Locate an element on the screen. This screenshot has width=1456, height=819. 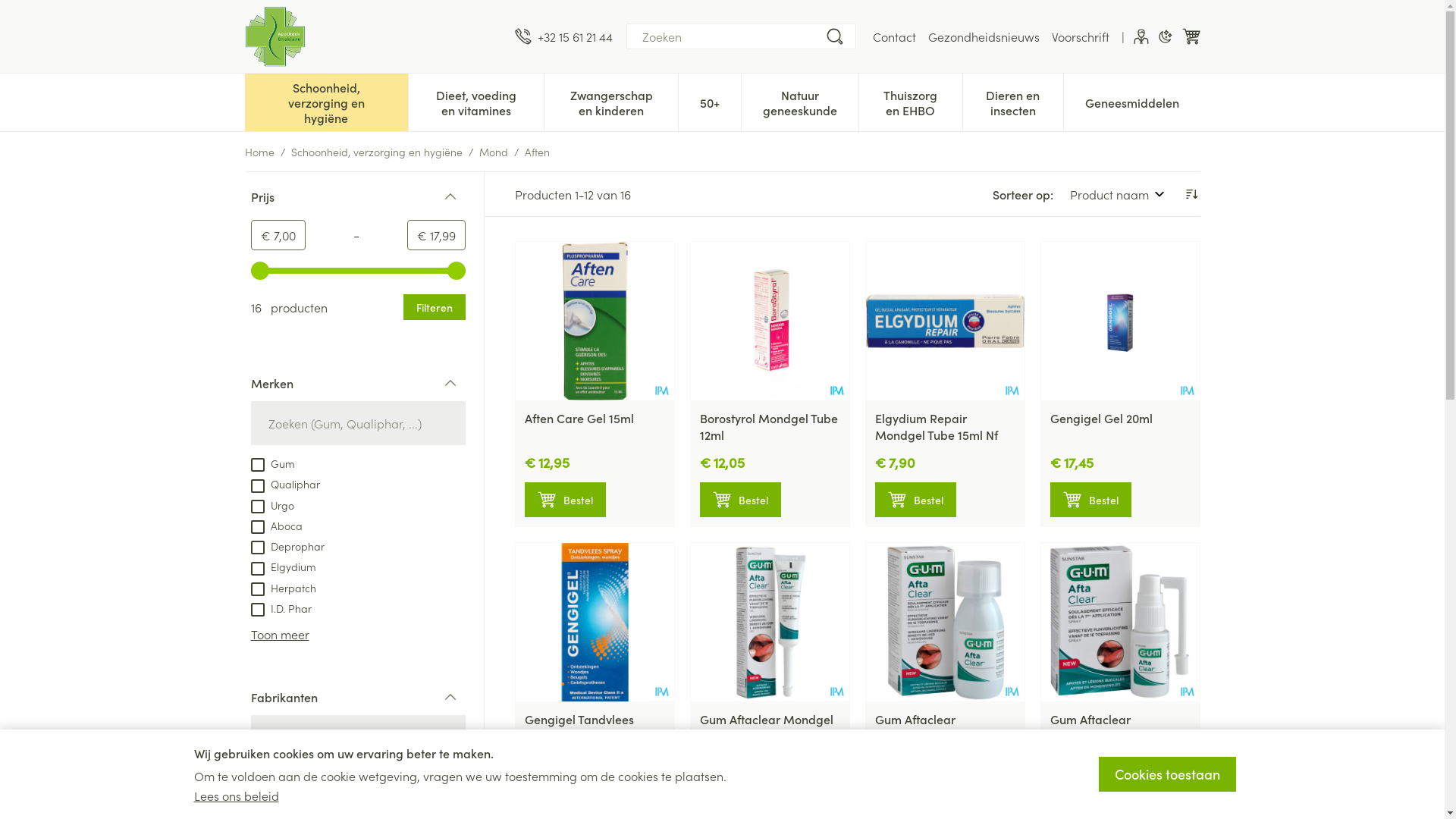
'Aboca' is located at coordinates (276, 523).